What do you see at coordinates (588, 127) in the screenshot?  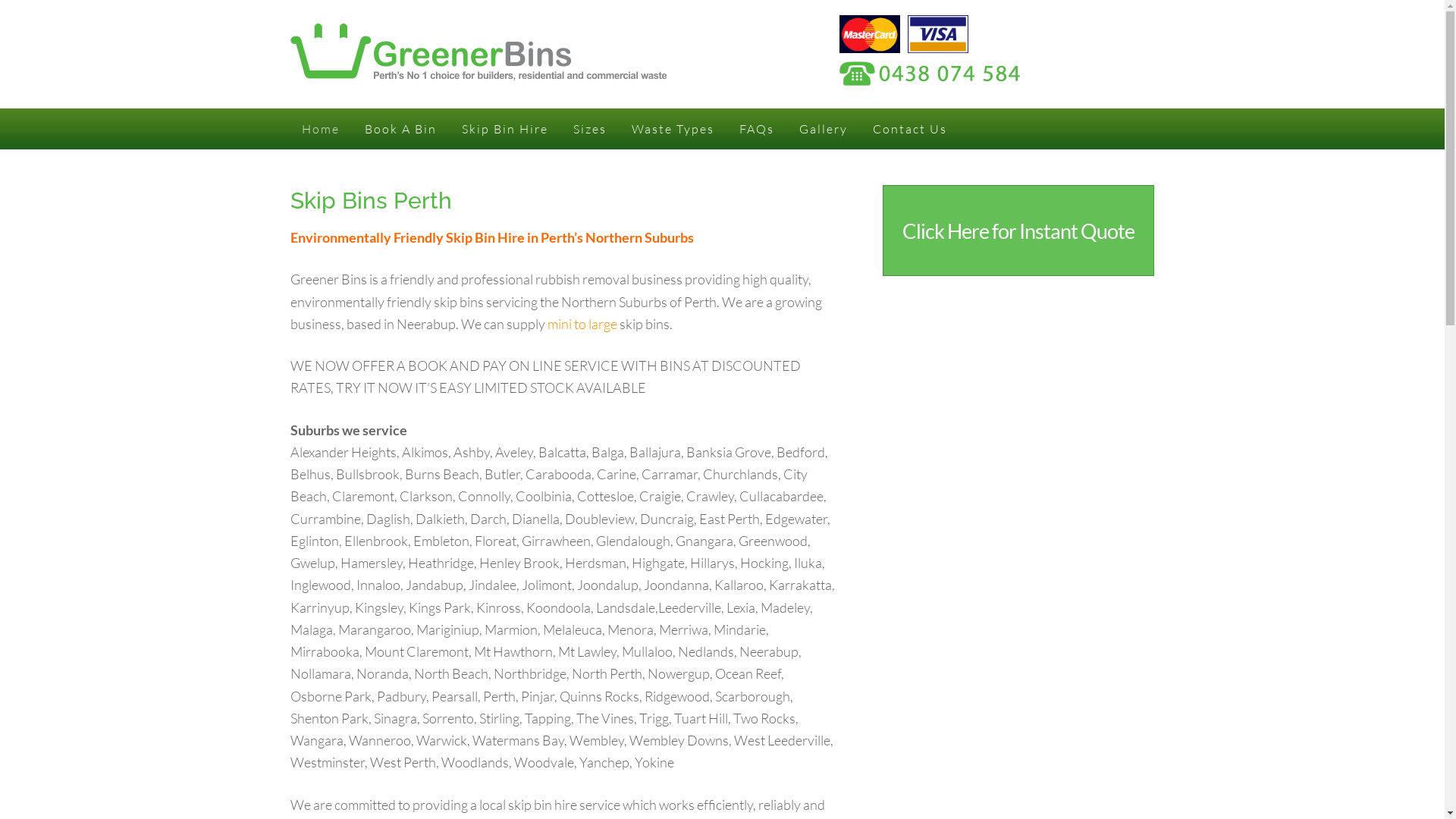 I see `'Sizes'` at bounding box center [588, 127].